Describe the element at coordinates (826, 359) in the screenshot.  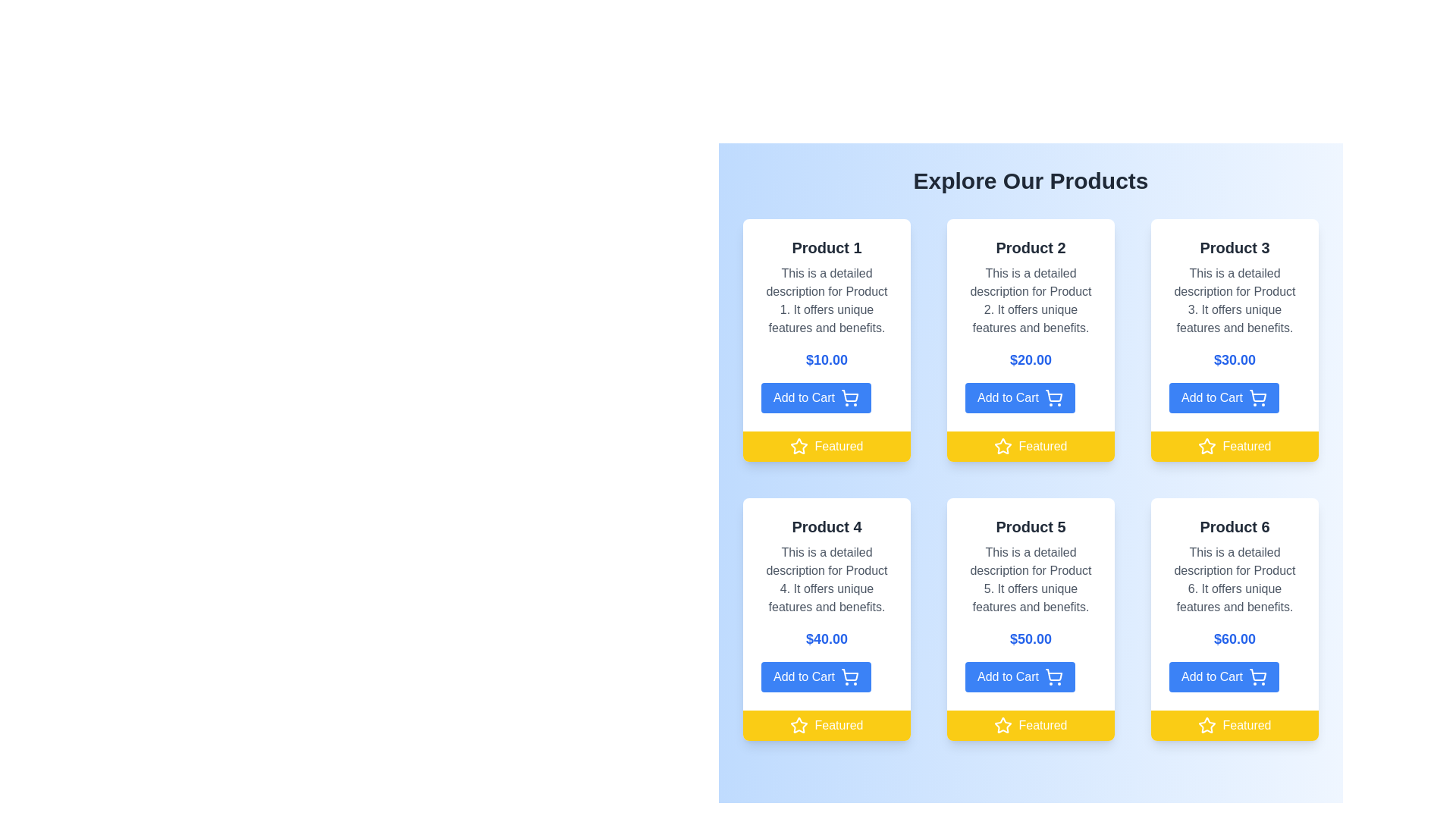
I see `the price label displaying '$10.00' in bold blue font, located in the upper-left corner of the first product card, above the 'Add to Cart' button` at that location.